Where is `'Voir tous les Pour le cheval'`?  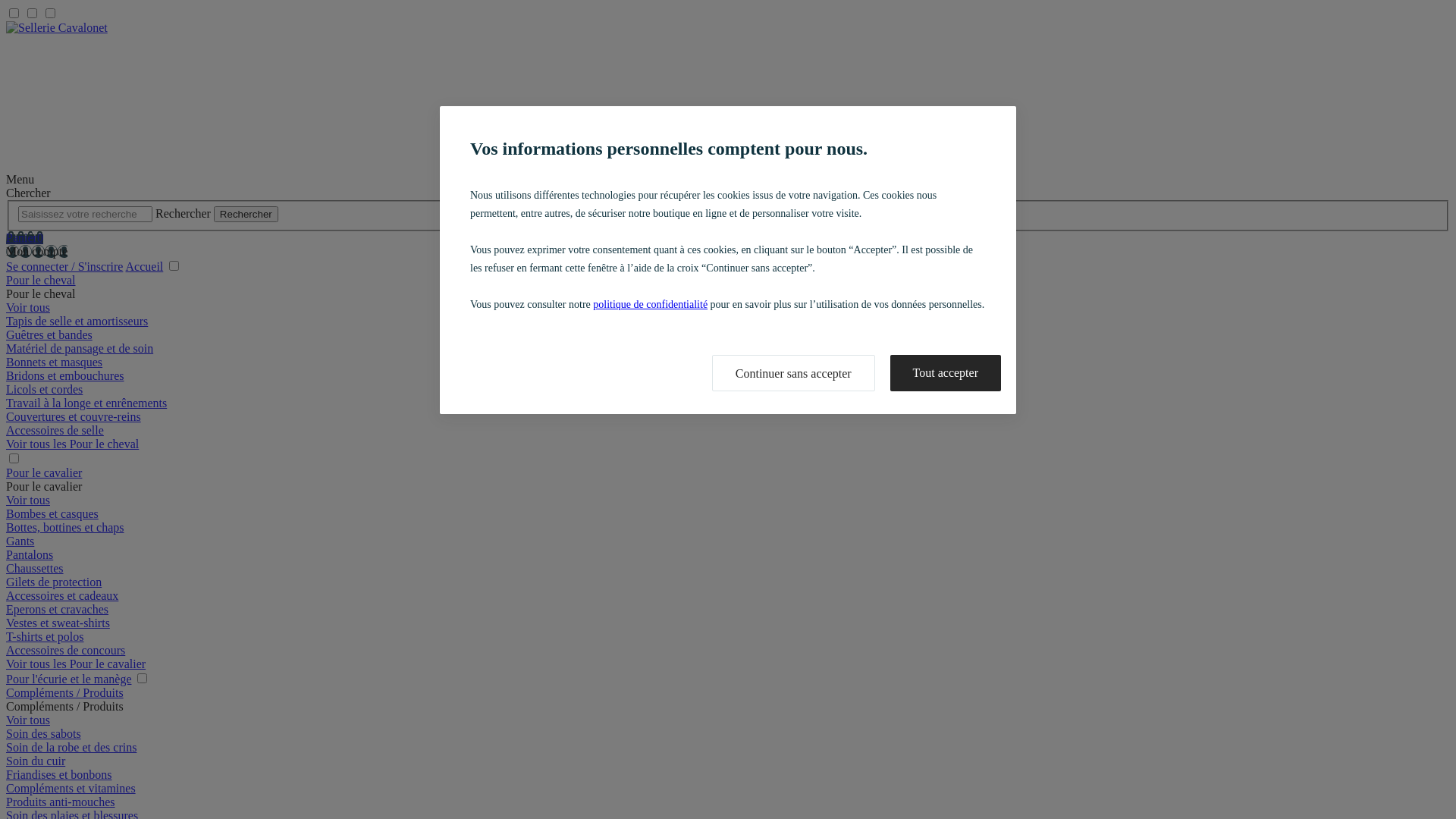 'Voir tous les Pour le cheval' is located at coordinates (71, 444).